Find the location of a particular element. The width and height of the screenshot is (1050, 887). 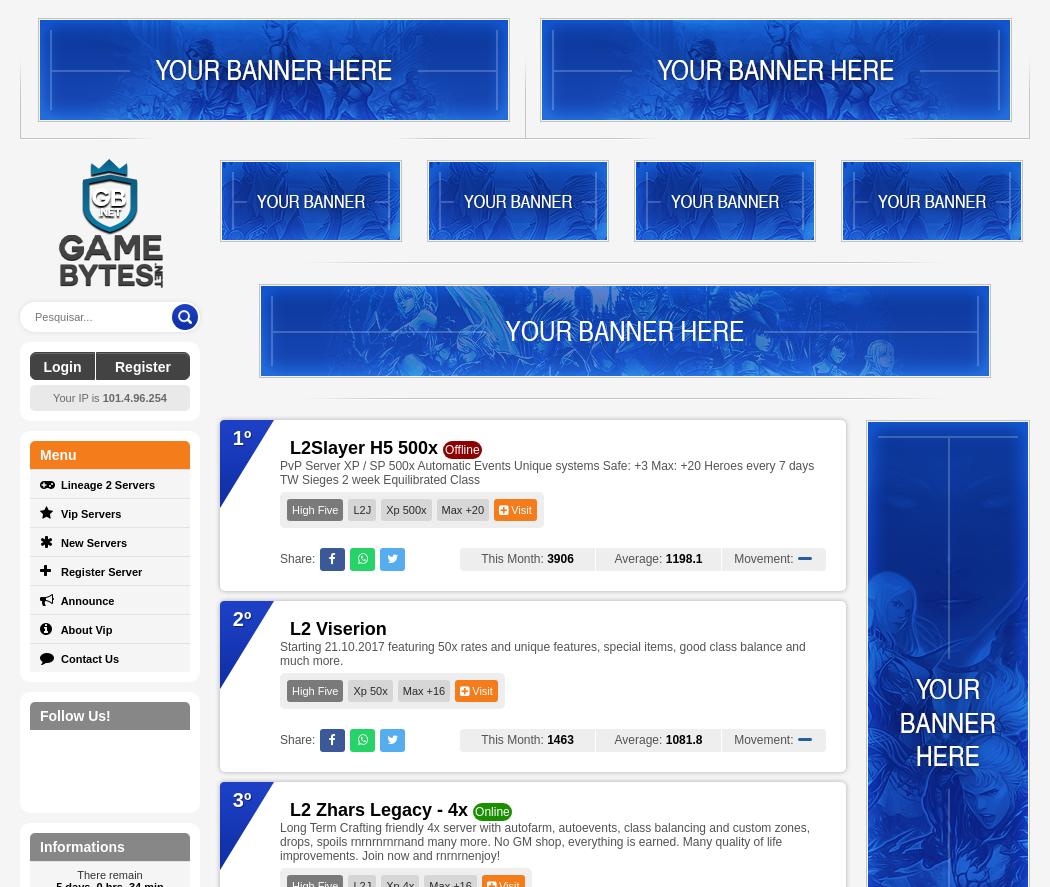

'Xp 500x' is located at coordinates (406, 510).